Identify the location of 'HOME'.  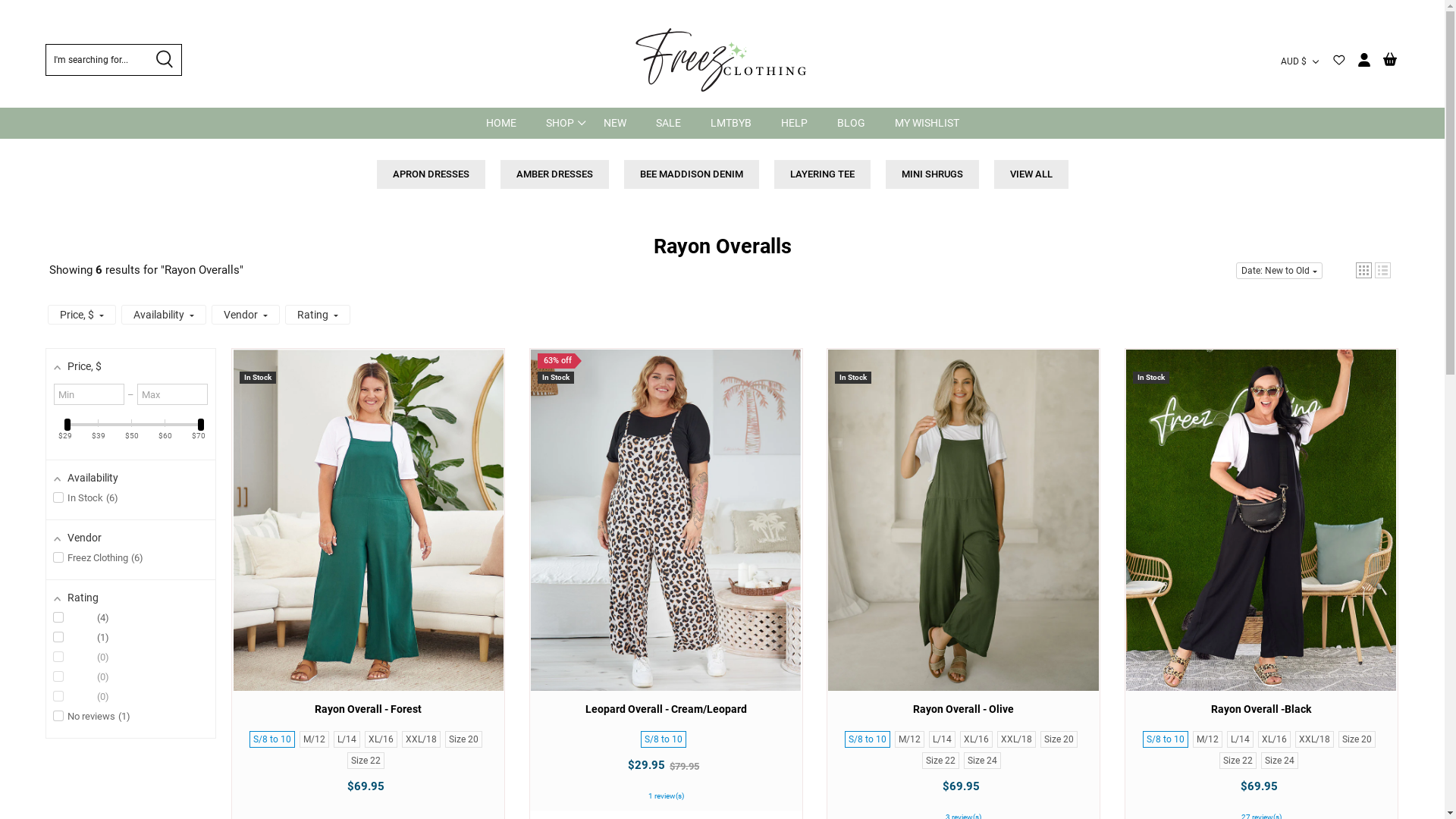
(471, 122).